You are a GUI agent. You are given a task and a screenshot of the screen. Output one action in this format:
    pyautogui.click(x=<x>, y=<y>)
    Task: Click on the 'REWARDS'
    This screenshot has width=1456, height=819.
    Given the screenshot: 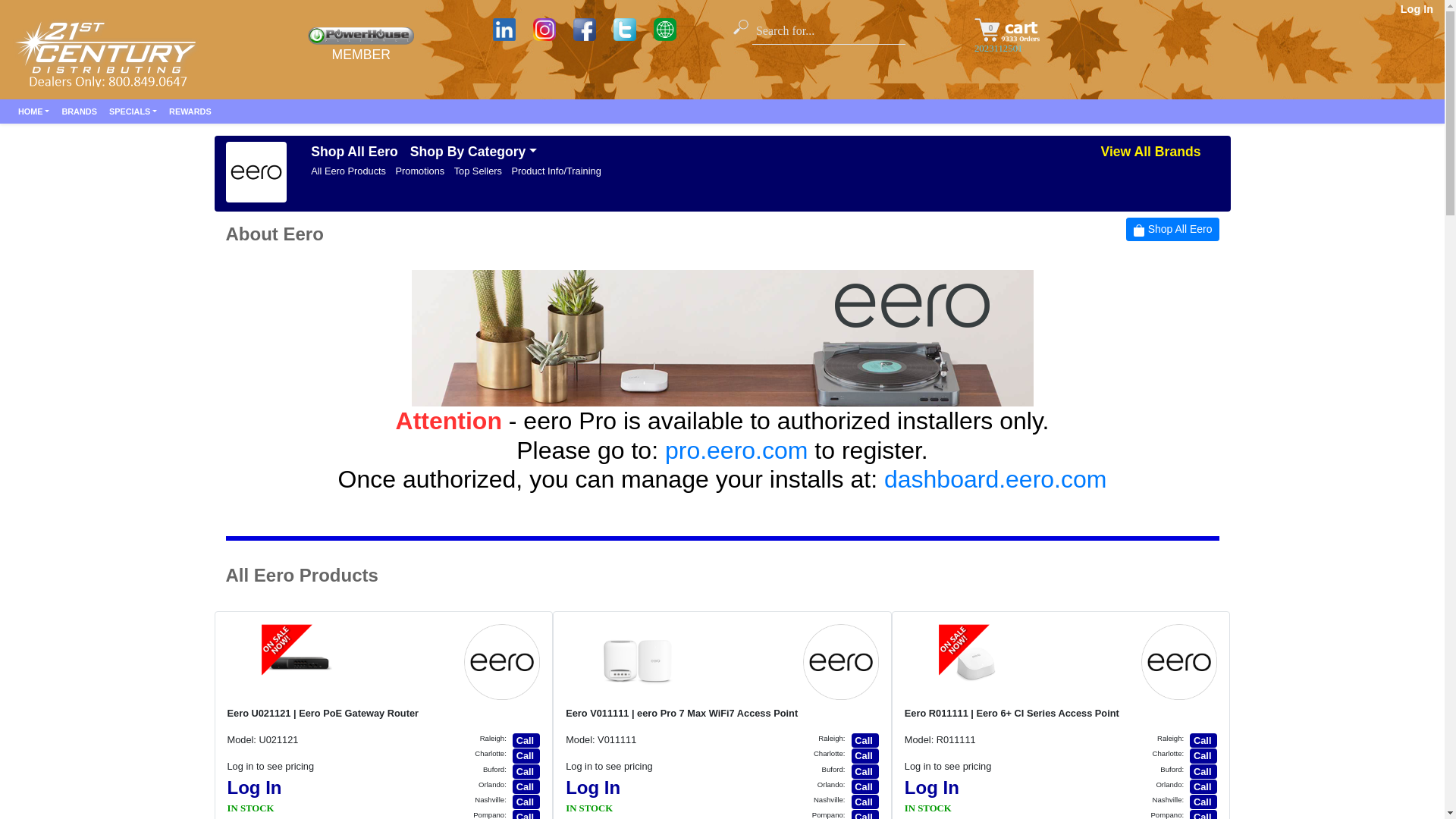 What is the action you would take?
    pyautogui.click(x=189, y=110)
    